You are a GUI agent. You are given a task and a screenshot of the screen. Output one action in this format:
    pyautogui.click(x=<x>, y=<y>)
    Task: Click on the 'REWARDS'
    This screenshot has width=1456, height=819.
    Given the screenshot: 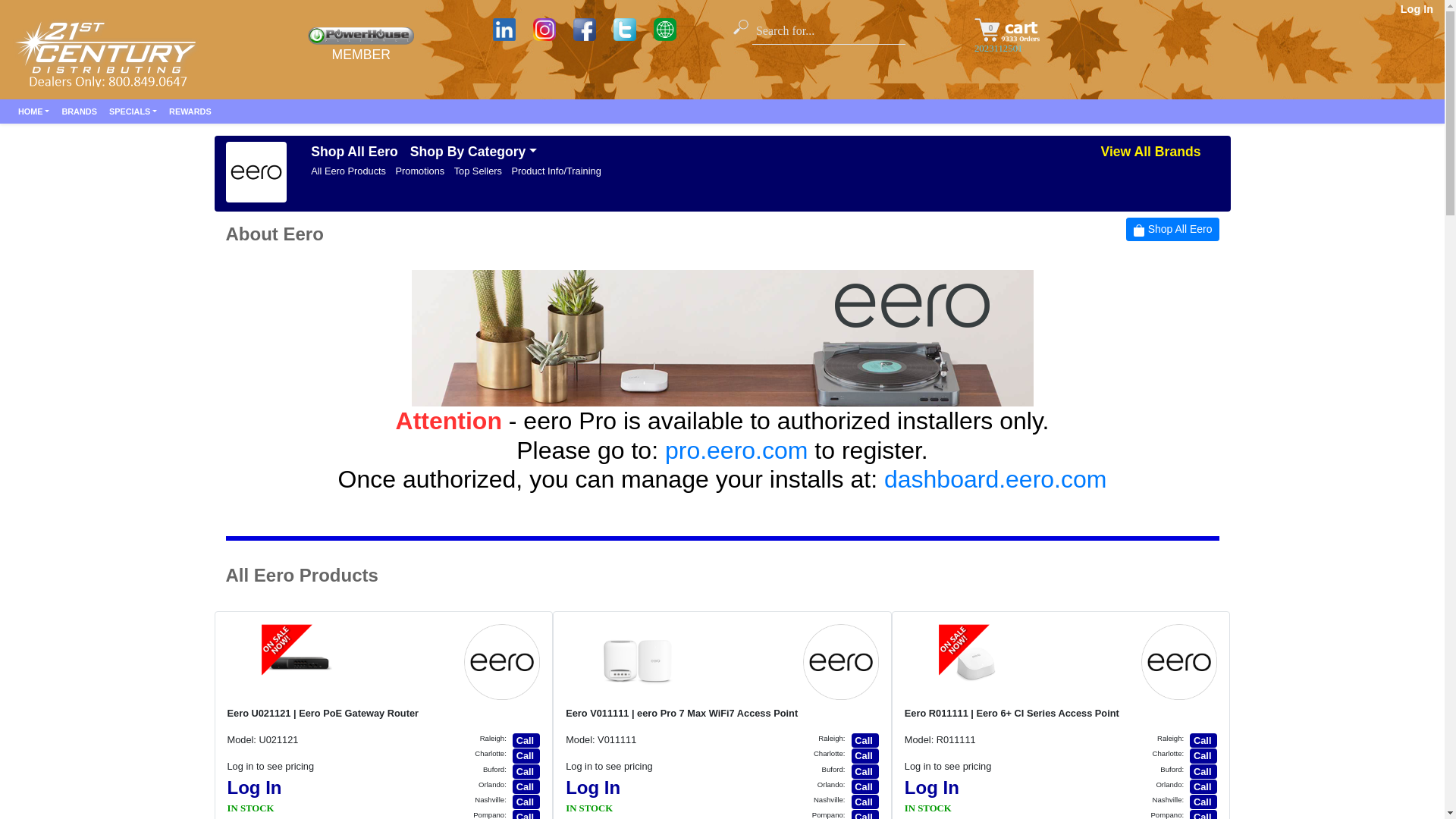 What is the action you would take?
    pyautogui.click(x=189, y=110)
    